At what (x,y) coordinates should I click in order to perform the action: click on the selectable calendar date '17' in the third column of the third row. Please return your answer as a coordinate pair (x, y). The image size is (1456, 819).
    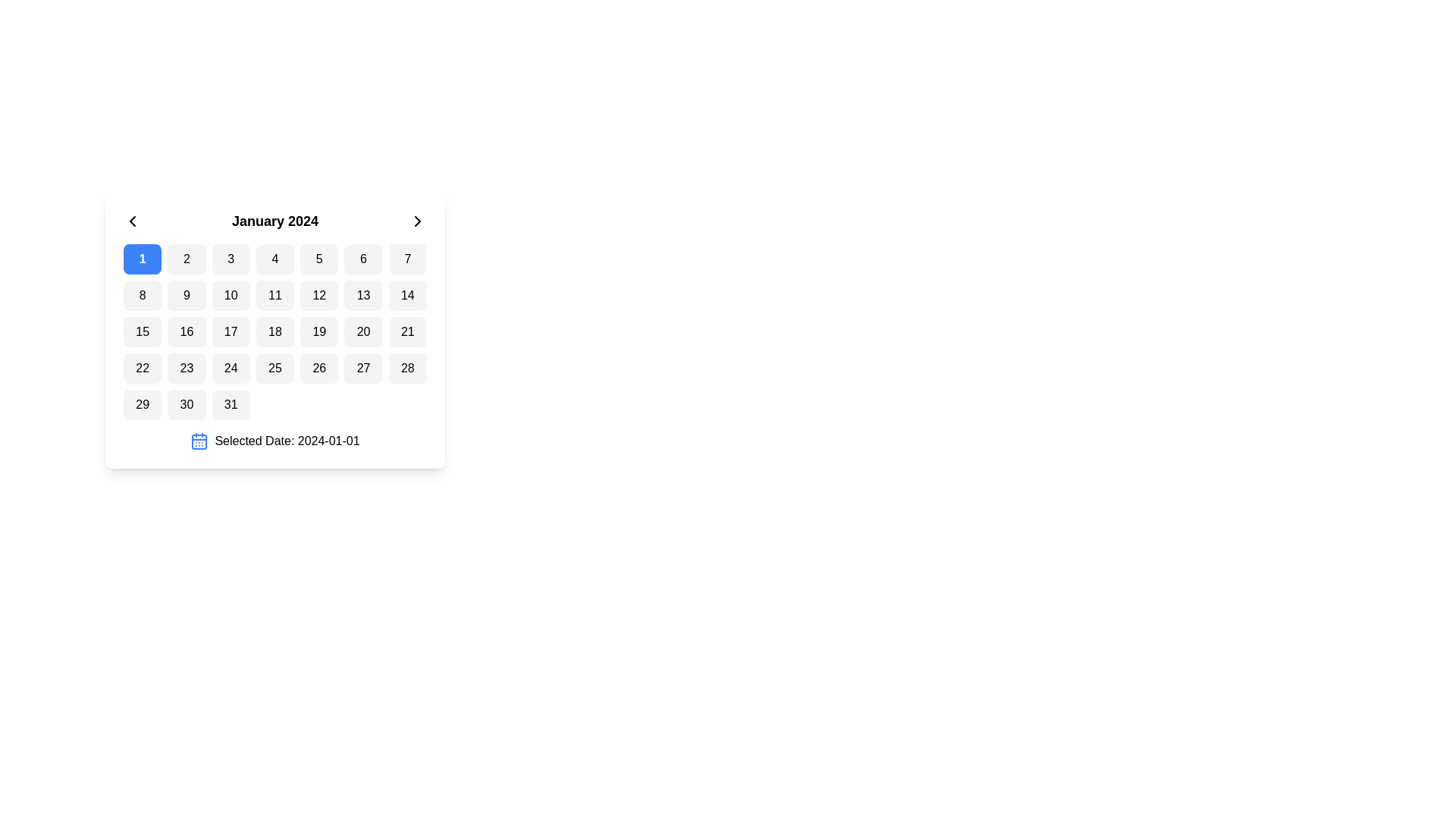
    Looking at the image, I should click on (230, 331).